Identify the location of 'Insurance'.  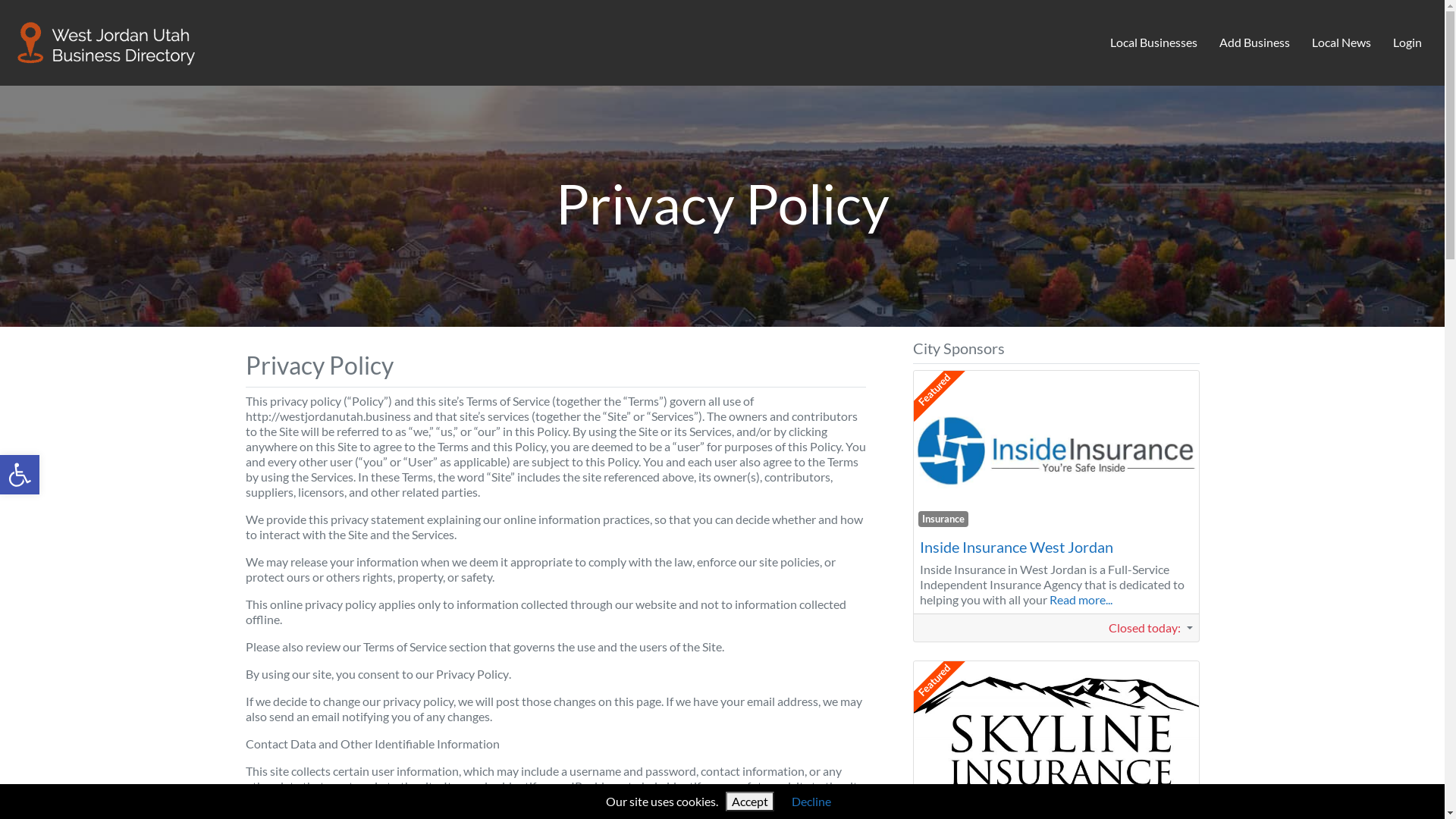
(942, 517).